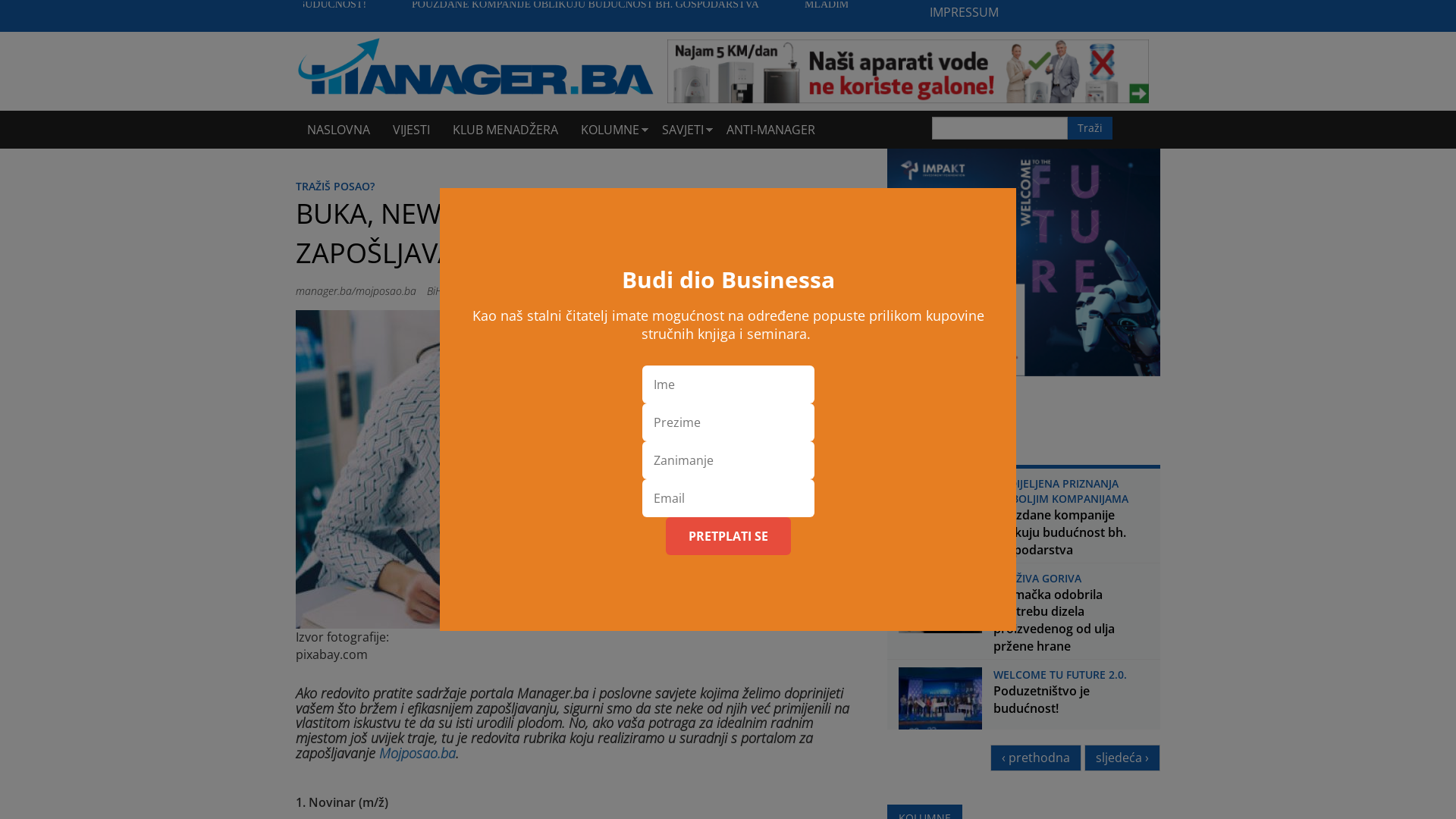  Describe the element at coordinates (417, 752) in the screenshot. I see `'Mojposao.ba'` at that location.